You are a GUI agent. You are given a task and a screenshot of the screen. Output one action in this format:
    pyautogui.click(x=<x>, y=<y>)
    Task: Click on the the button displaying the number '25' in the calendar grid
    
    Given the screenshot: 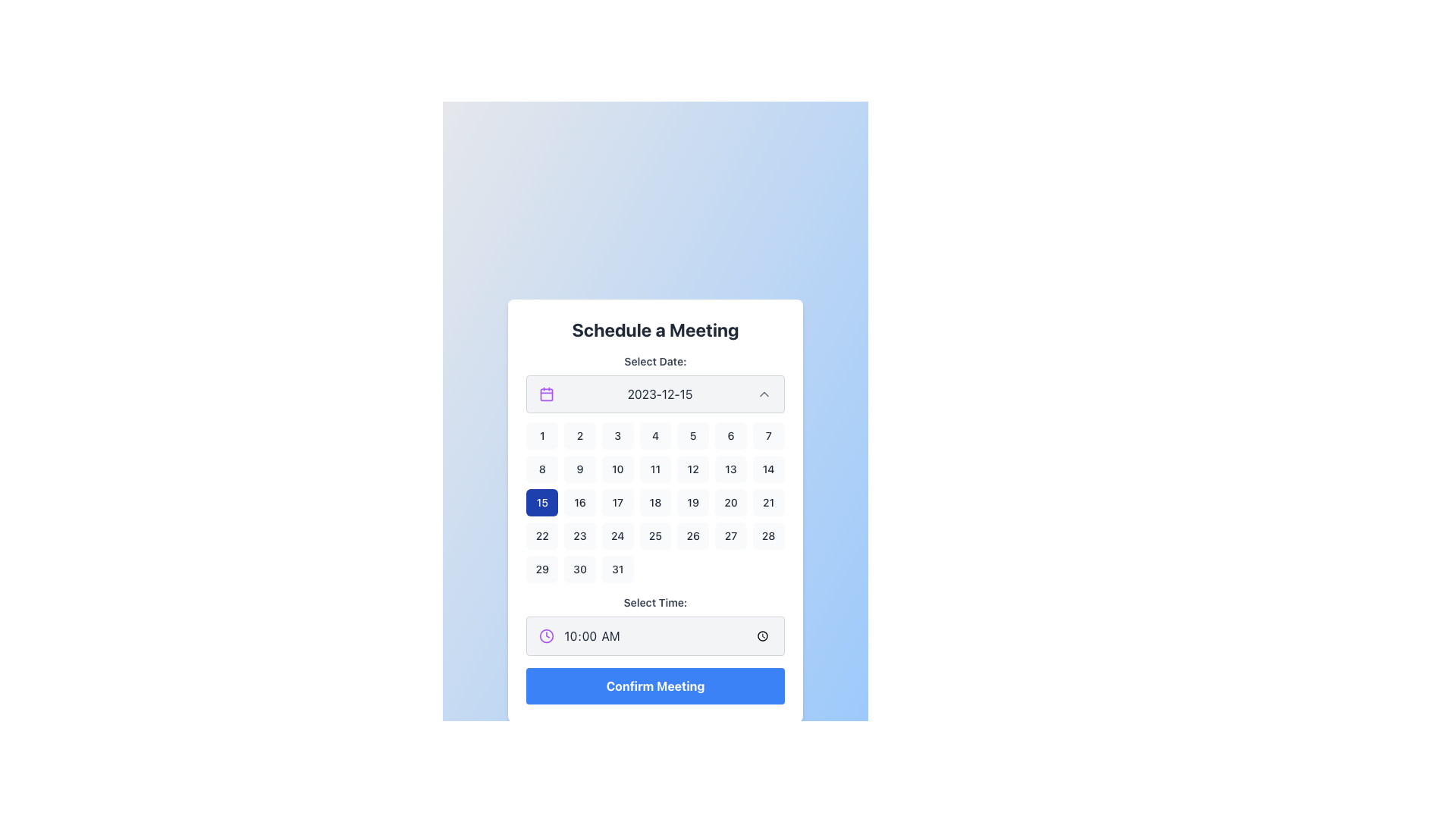 What is the action you would take?
    pyautogui.click(x=655, y=535)
    